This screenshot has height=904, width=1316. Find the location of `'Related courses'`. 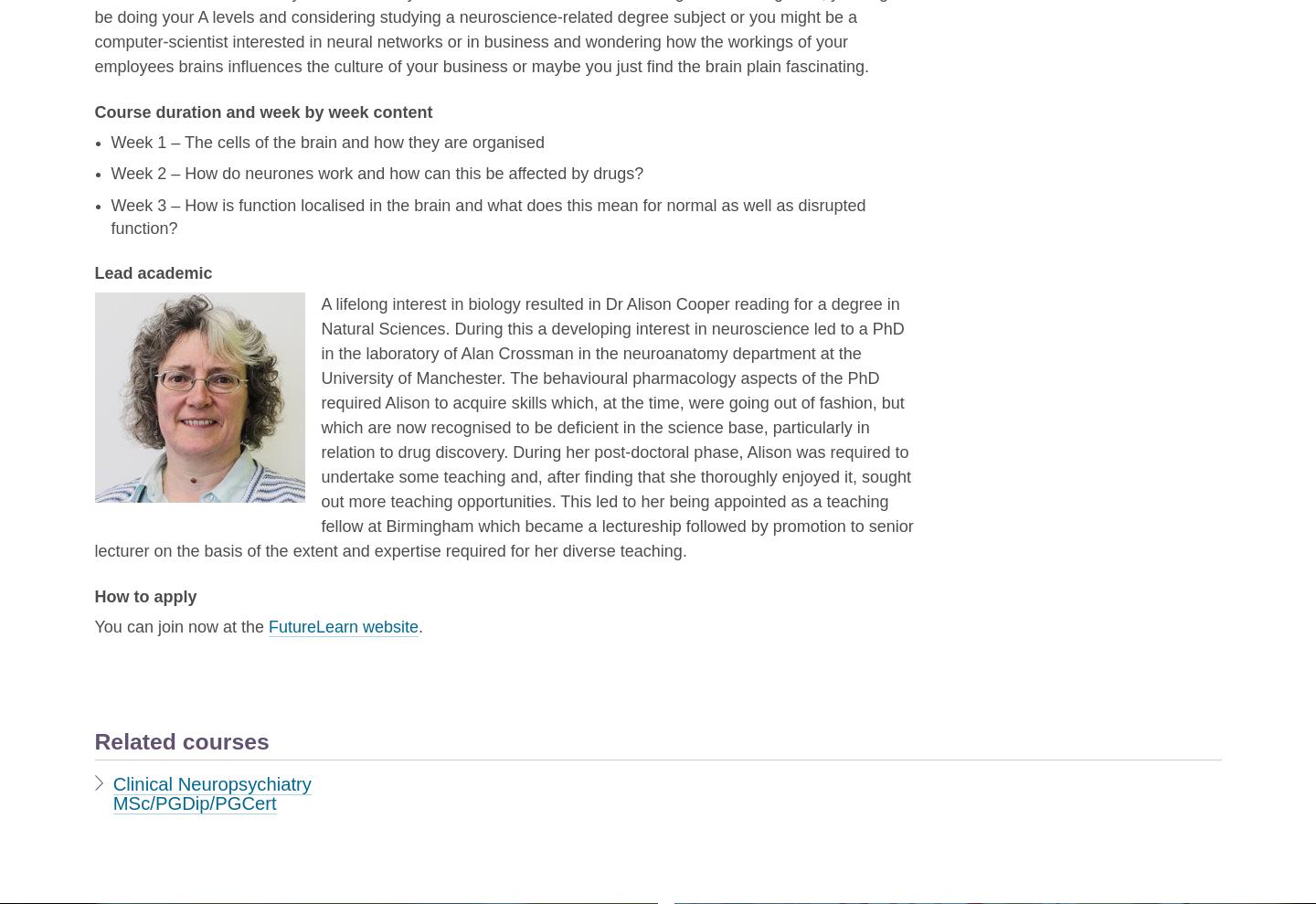

'Related courses' is located at coordinates (93, 740).